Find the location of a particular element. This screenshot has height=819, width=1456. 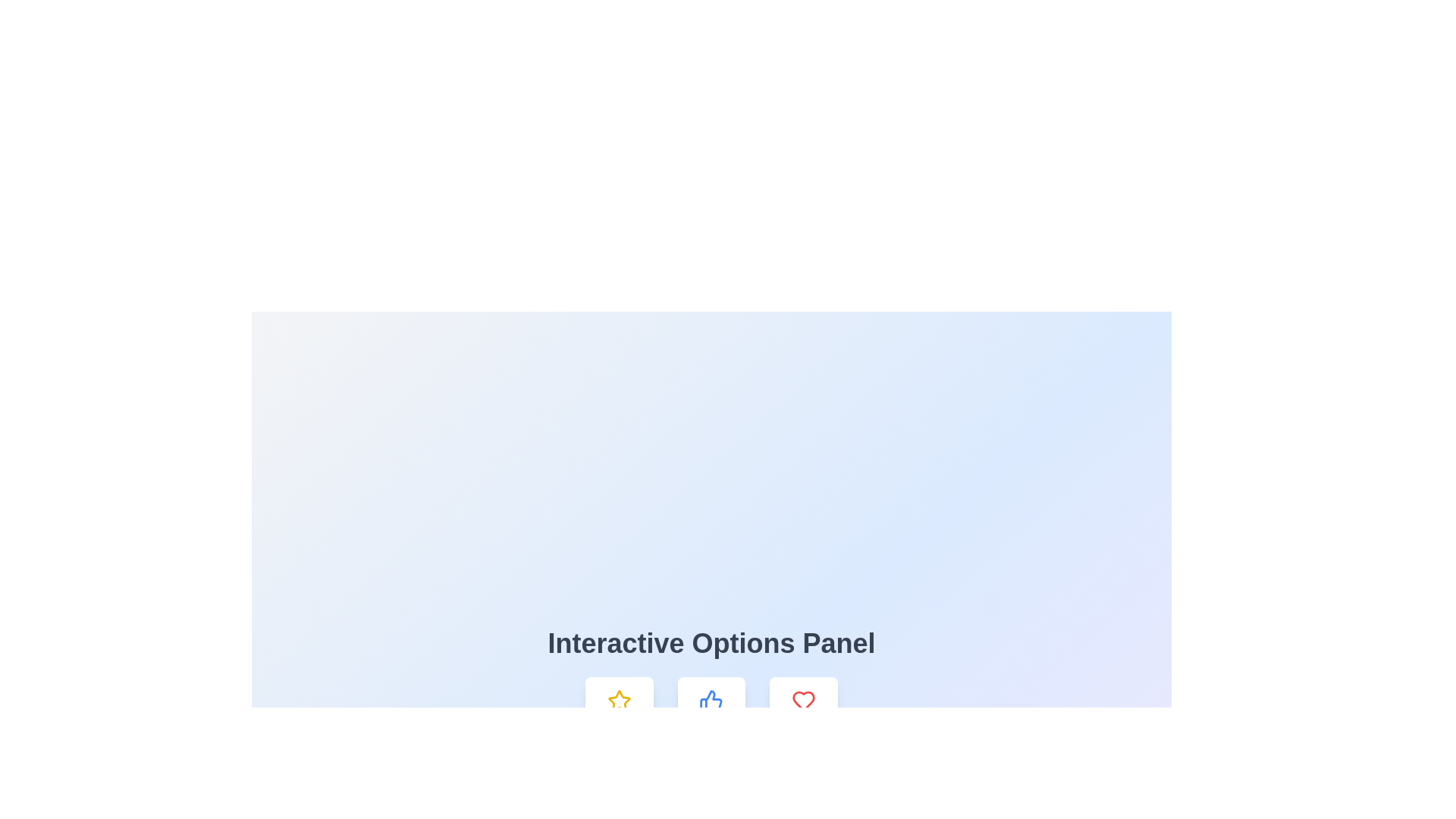

the star icon-based button, which is the leftmost option in a row of three icons in the interactive options bar beneath the 'Interactive Options Panel' label is located at coordinates (619, 701).